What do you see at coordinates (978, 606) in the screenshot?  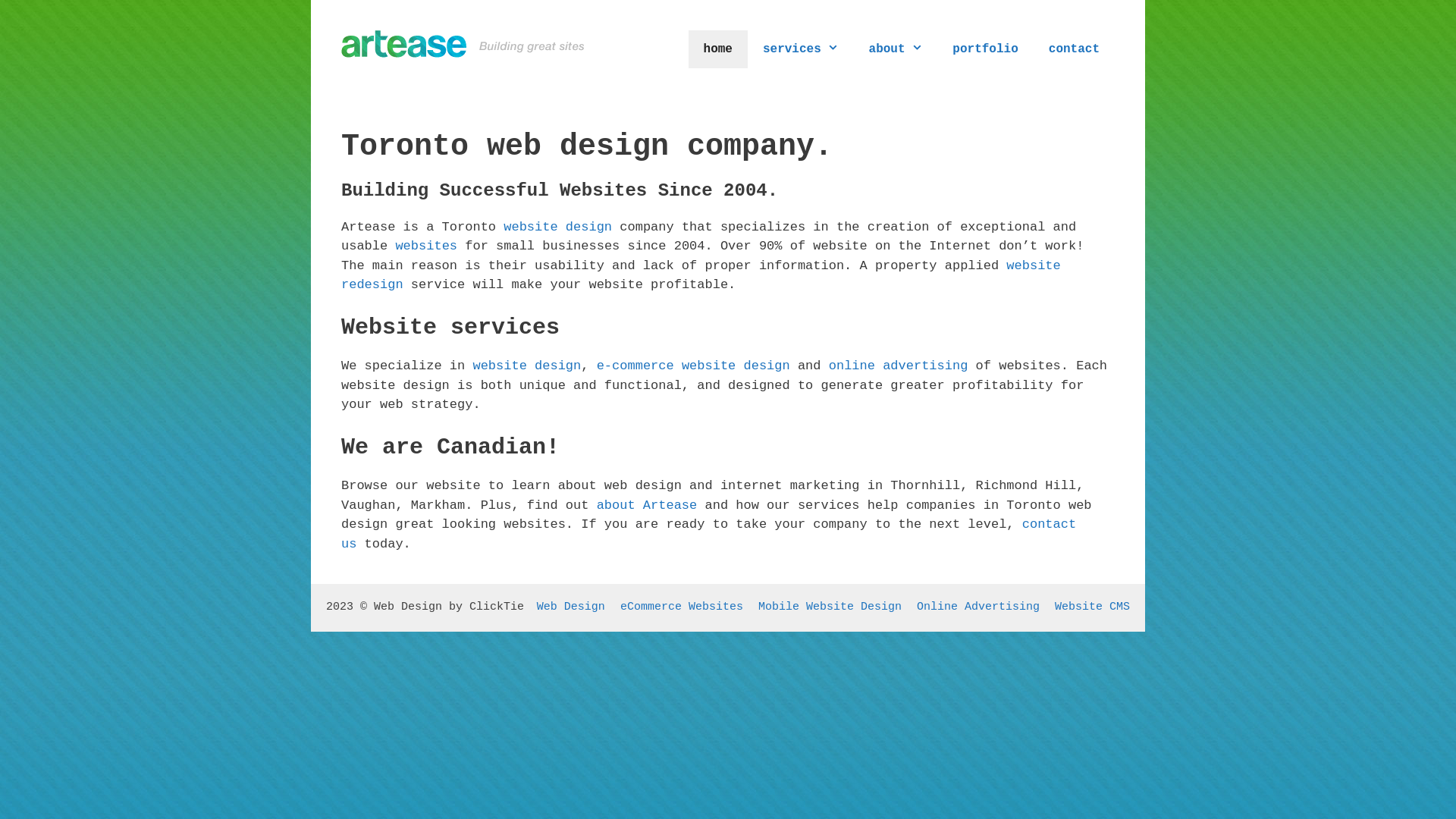 I see `'Online Advertising'` at bounding box center [978, 606].